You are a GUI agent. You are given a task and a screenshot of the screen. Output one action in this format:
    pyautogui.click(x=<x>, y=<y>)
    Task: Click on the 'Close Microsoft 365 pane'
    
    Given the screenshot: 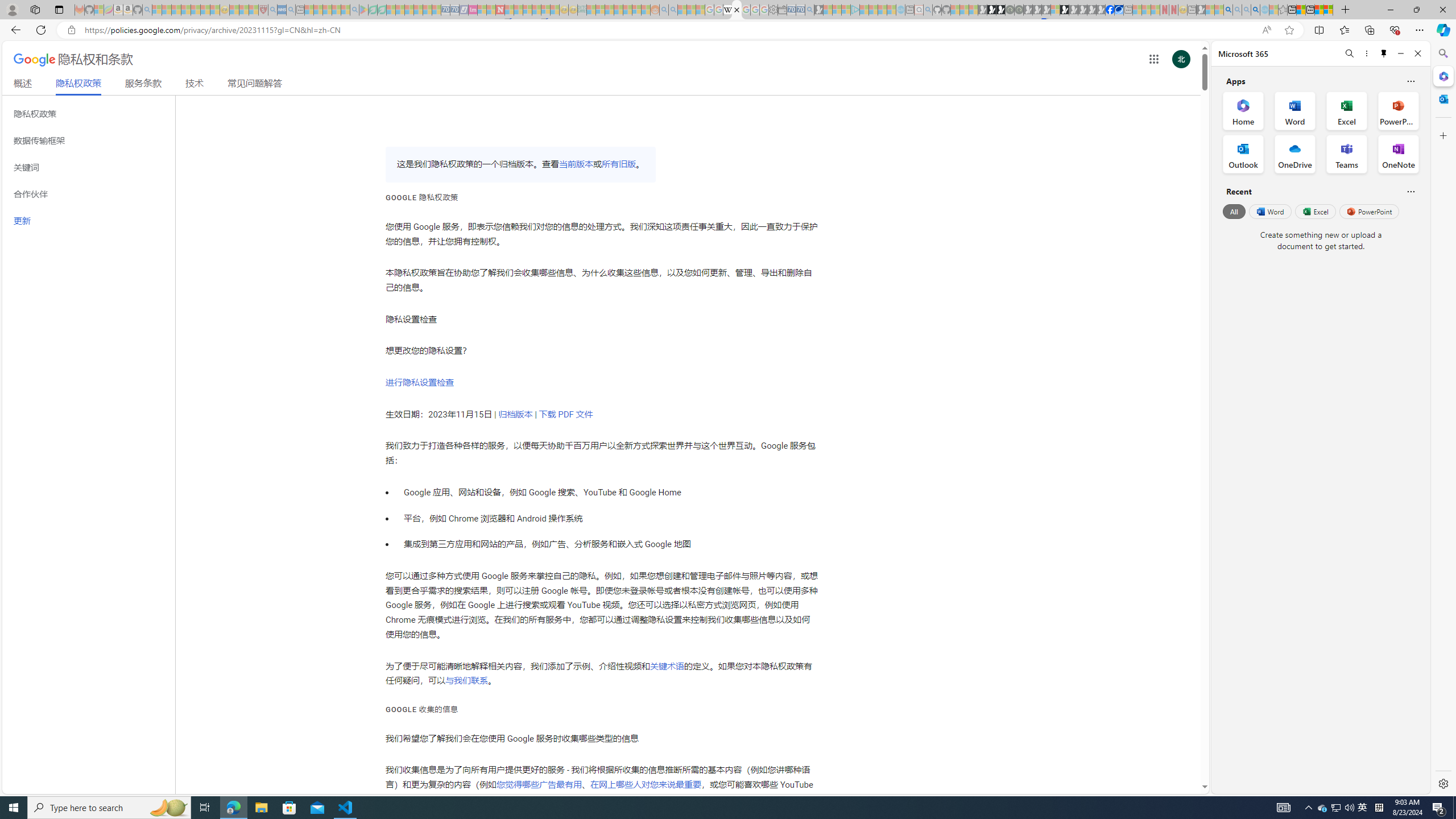 What is the action you would take?
    pyautogui.click(x=1442, y=76)
    